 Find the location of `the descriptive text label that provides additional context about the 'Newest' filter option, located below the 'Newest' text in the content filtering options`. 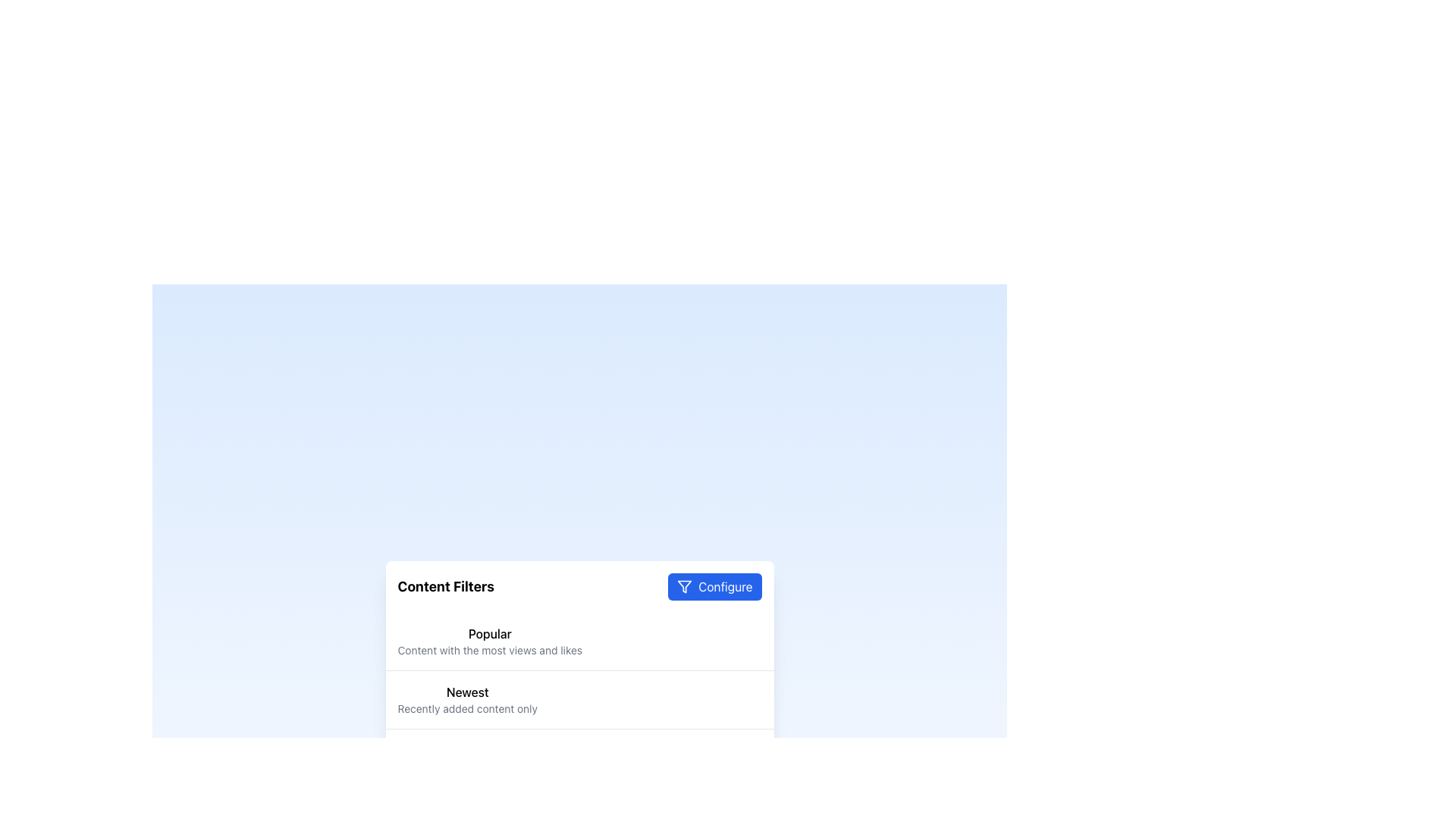

the descriptive text label that provides additional context about the 'Newest' filter option, located below the 'Newest' text in the content filtering options is located at coordinates (466, 708).